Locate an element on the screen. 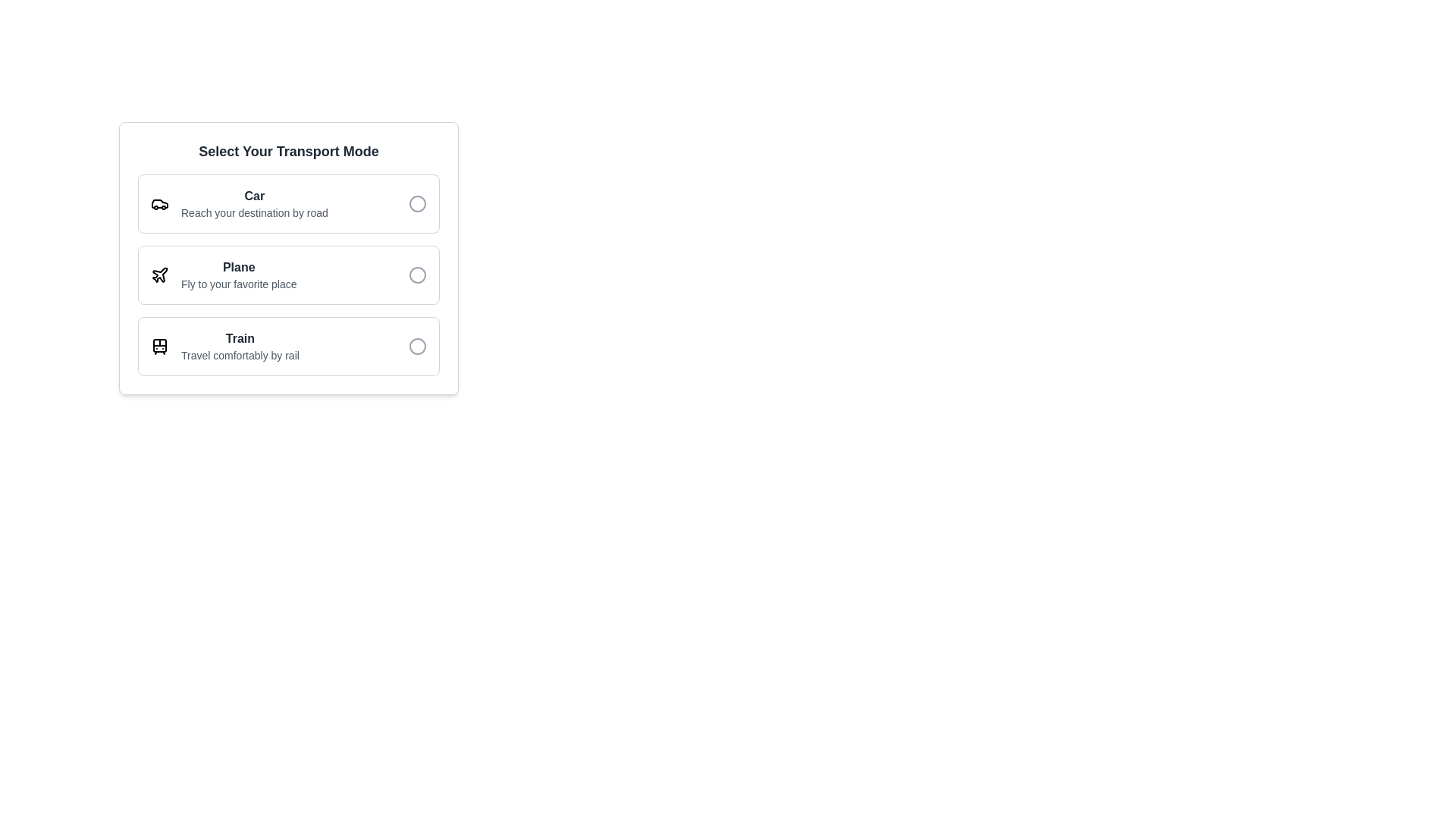 This screenshot has height=819, width=1456. the Text Block that provides information about the 'Plane' transport option, located in the second row of the vertically stacked list within the 'Select Your Transport Mode' card is located at coordinates (238, 275).